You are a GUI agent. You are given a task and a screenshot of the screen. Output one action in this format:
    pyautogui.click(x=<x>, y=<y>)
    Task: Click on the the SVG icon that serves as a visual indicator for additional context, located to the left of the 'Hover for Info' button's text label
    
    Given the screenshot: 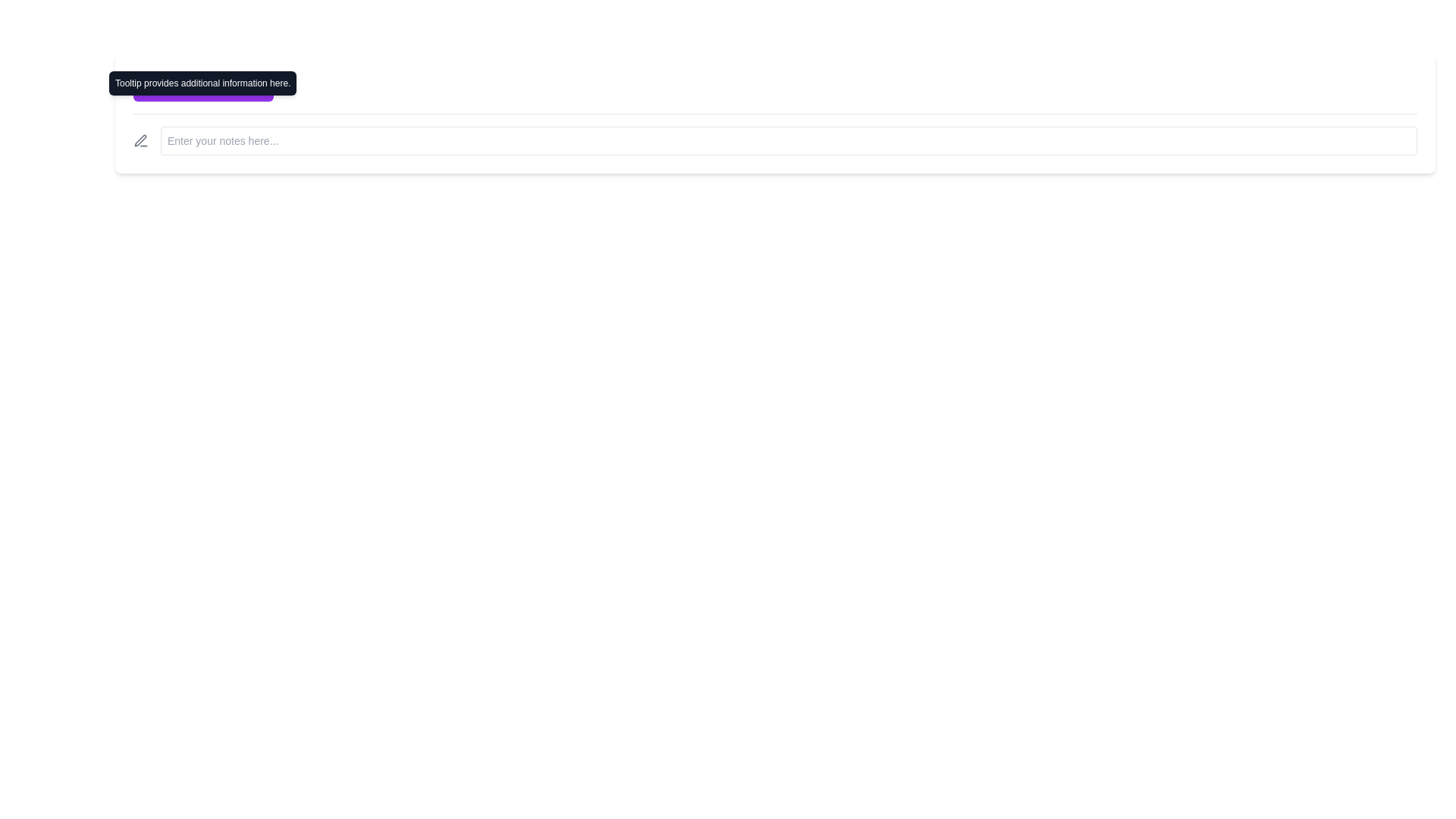 What is the action you would take?
    pyautogui.click(x=152, y=86)
    